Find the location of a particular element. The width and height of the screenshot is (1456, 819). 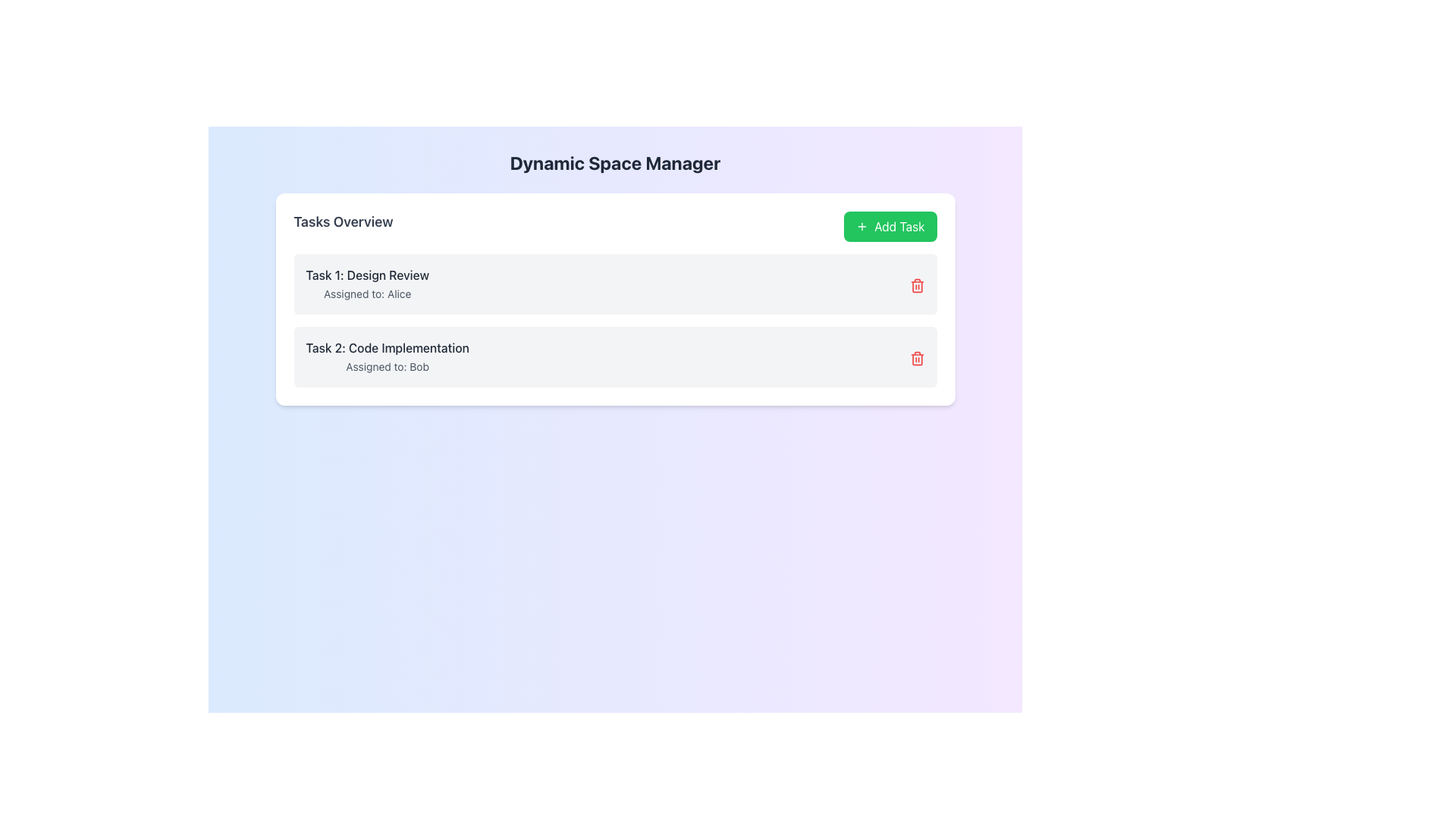

the delete icon button located at the lower-right side of the second task card ('Task 2: Code Implementation') is located at coordinates (916, 358).